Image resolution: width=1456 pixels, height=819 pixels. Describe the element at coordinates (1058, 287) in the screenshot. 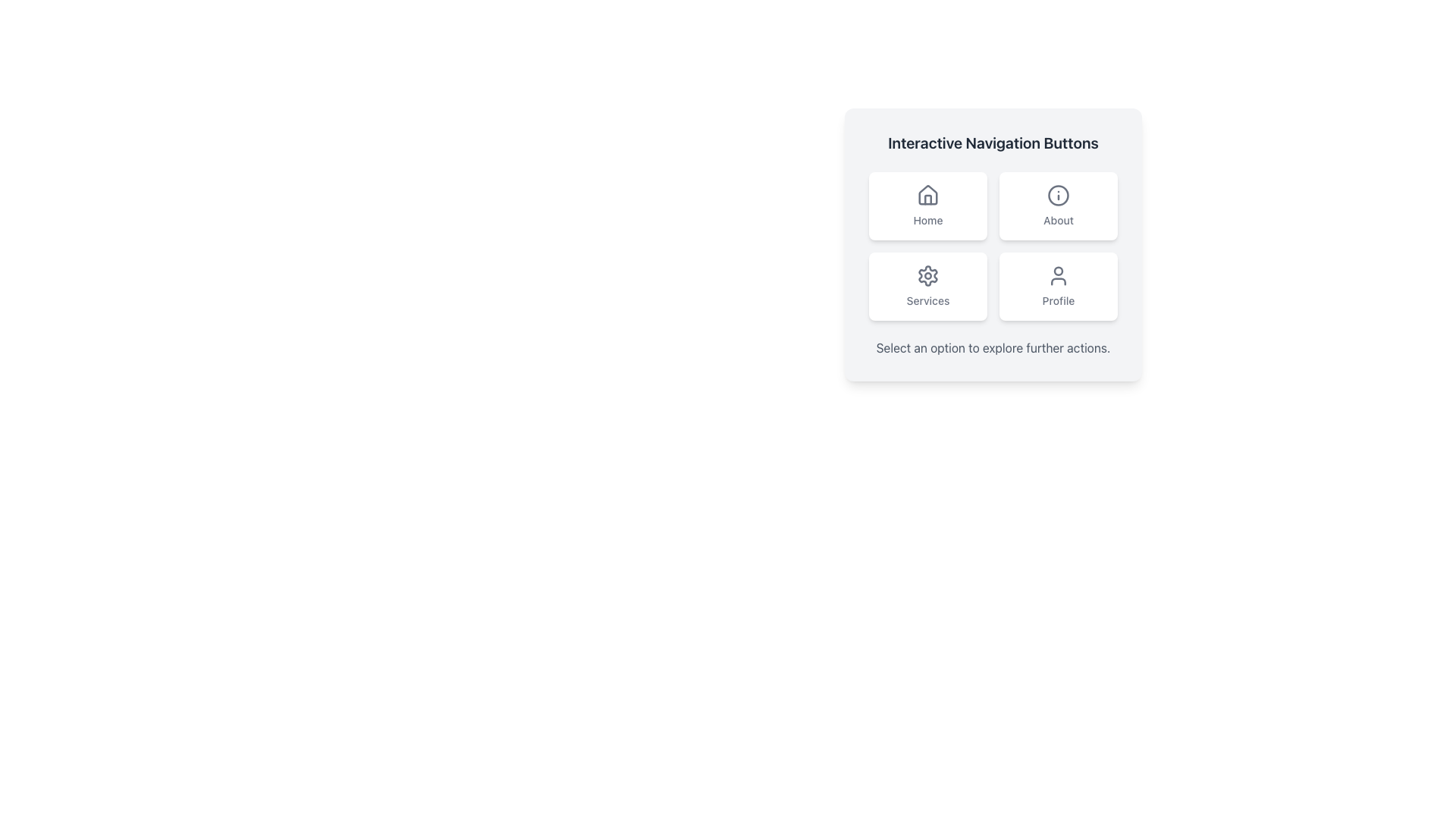

I see `the 'Profile' navigation button located in the bottom-right corner of the grid layout` at that location.